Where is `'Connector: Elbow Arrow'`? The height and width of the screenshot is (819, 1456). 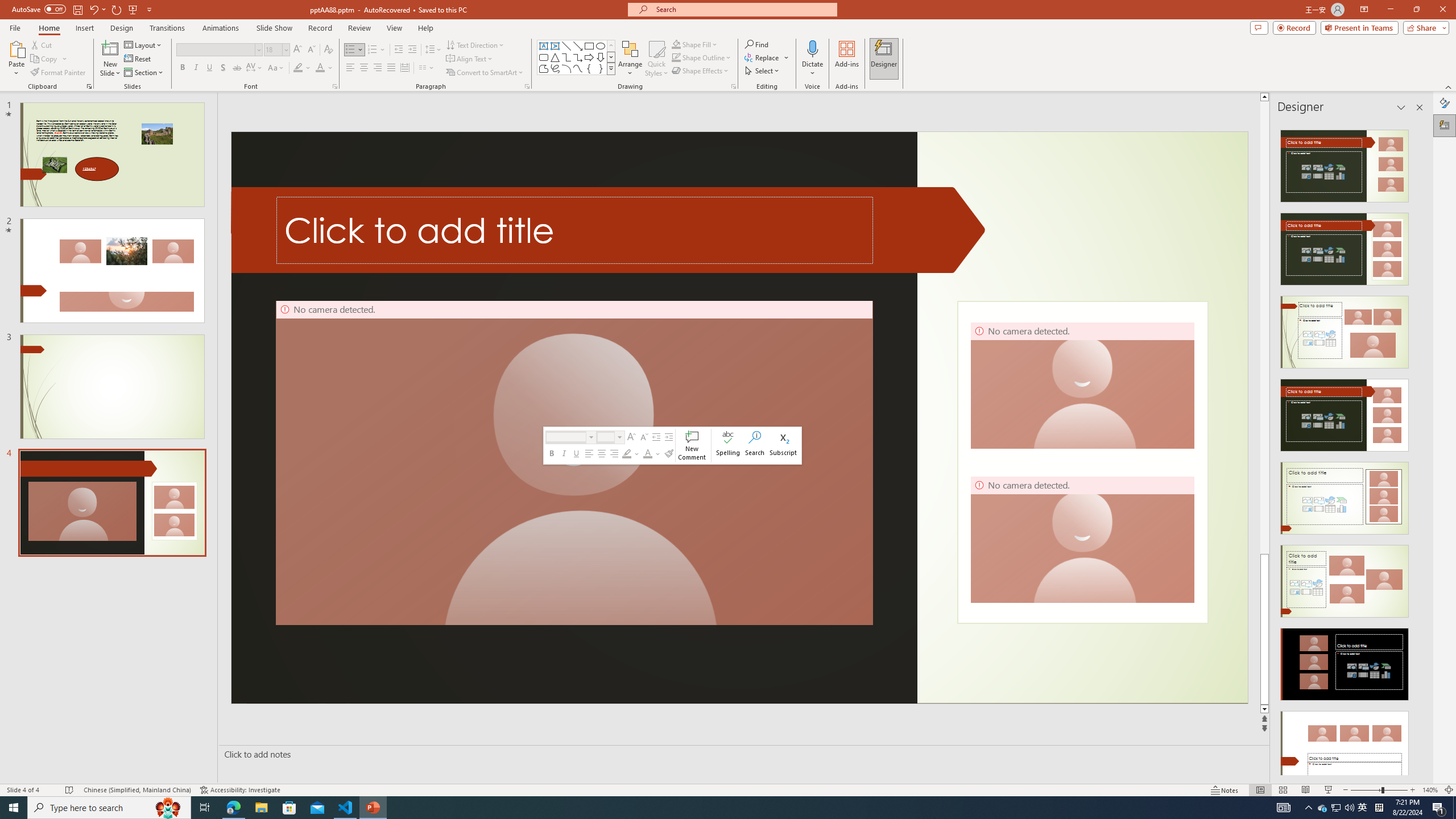 'Connector: Elbow Arrow' is located at coordinates (577, 56).